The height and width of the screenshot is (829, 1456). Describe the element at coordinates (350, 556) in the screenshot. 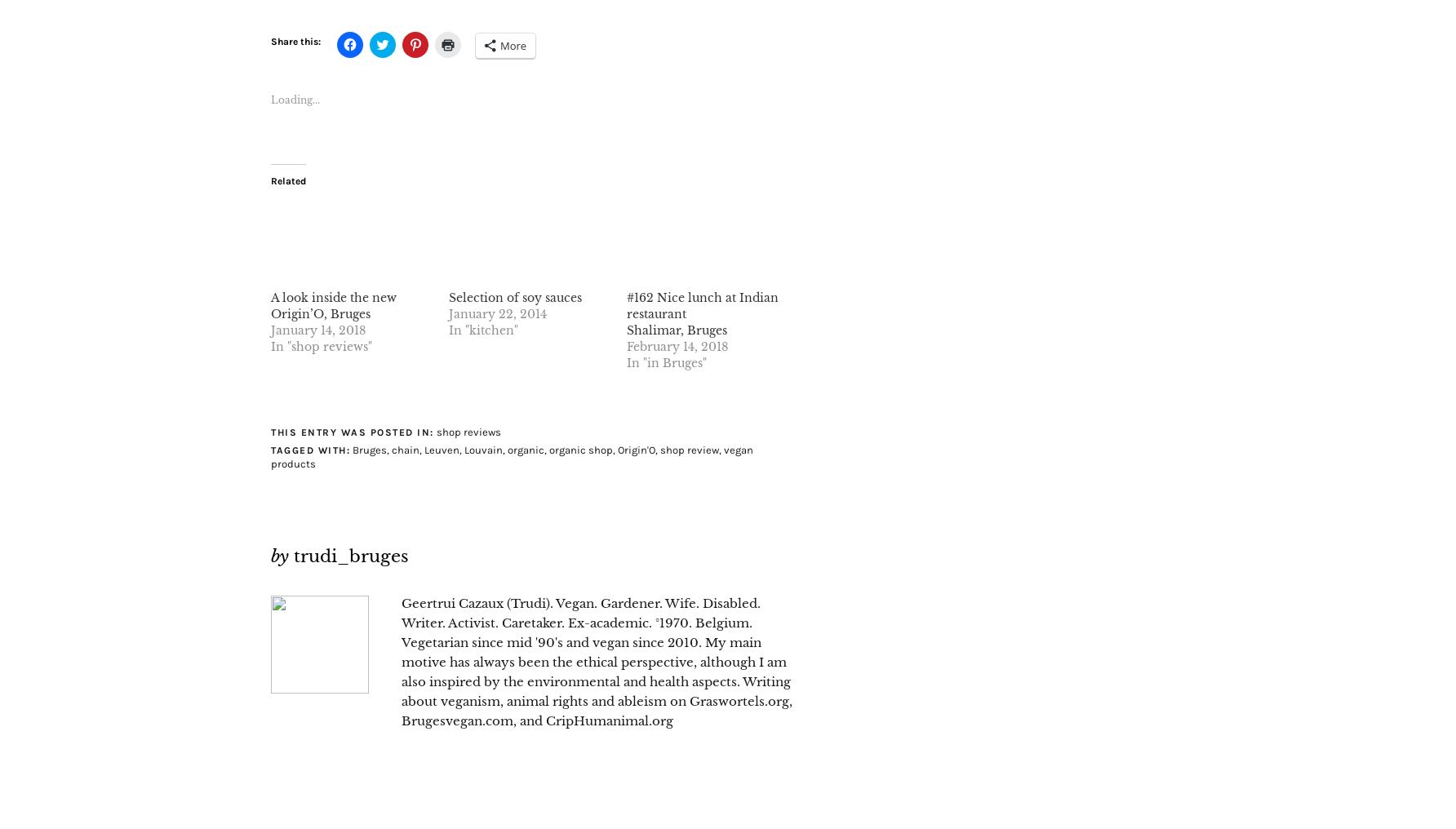

I see `'trudi_bruges'` at that location.